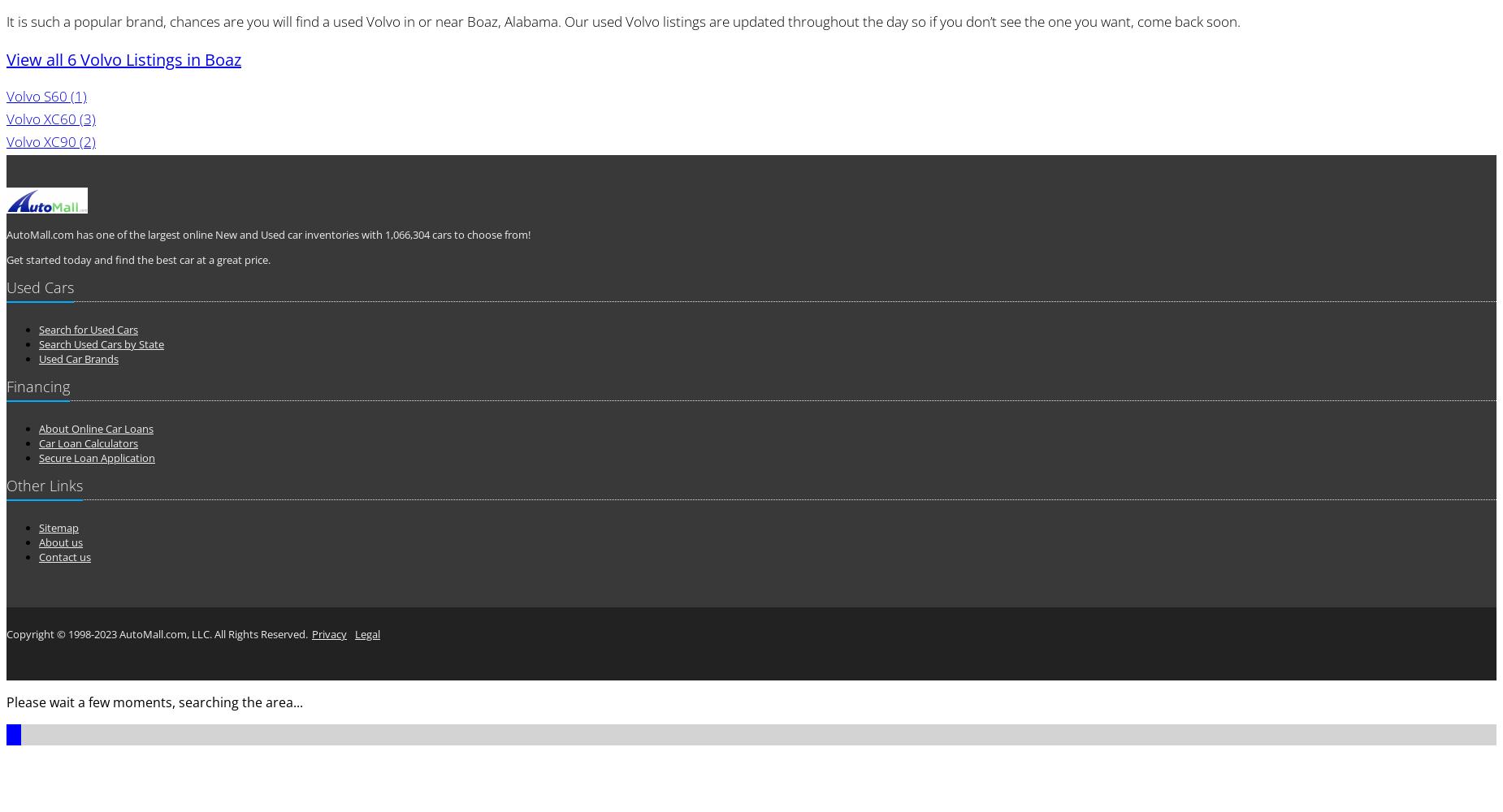  Describe the element at coordinates (135, 702) in the screenshot. I see `'Please wait a few moments, searching the'` at that location.